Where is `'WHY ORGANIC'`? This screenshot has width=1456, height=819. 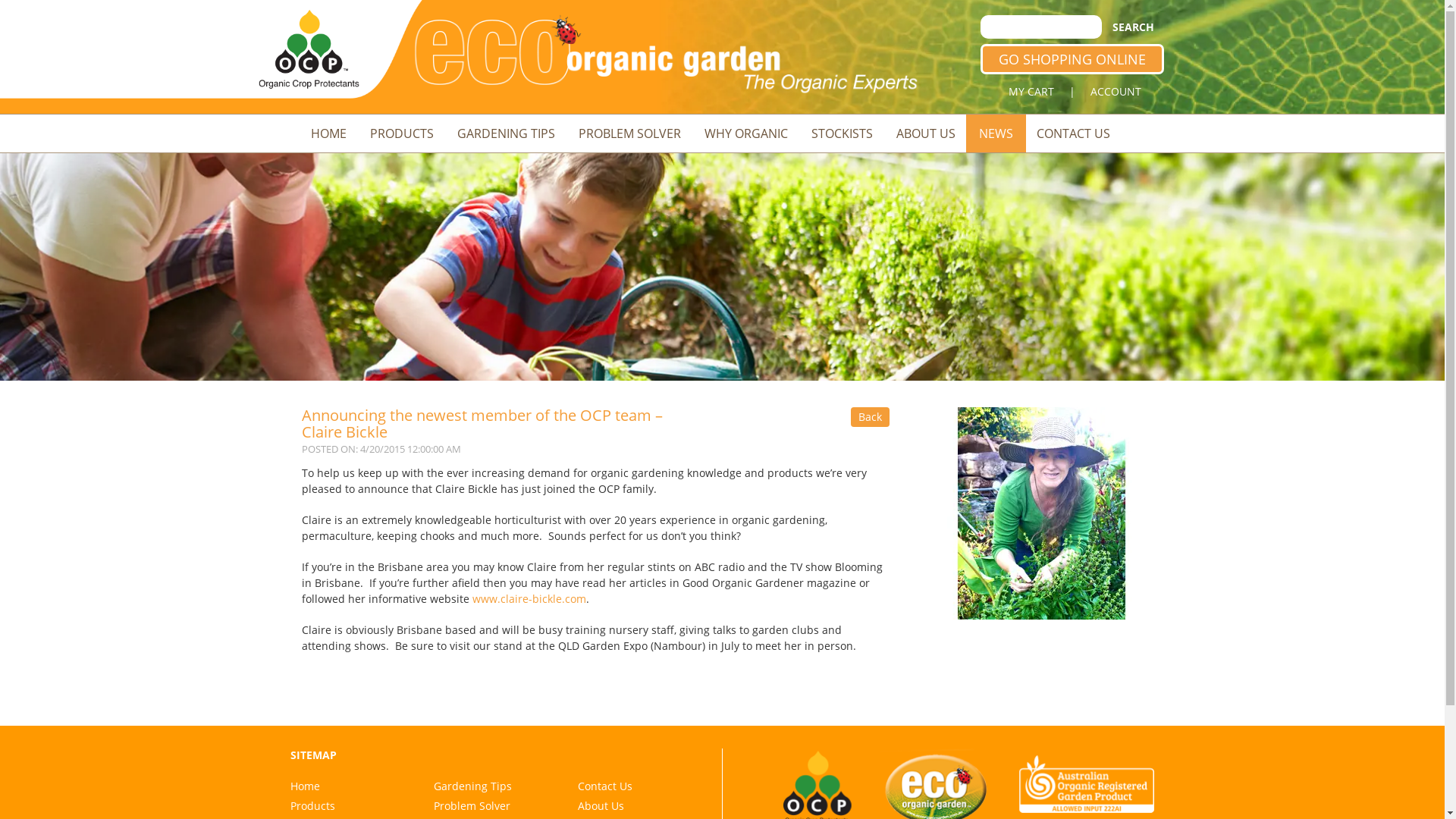
'WHY ORGANIC' is located at coordinates (691, 133).